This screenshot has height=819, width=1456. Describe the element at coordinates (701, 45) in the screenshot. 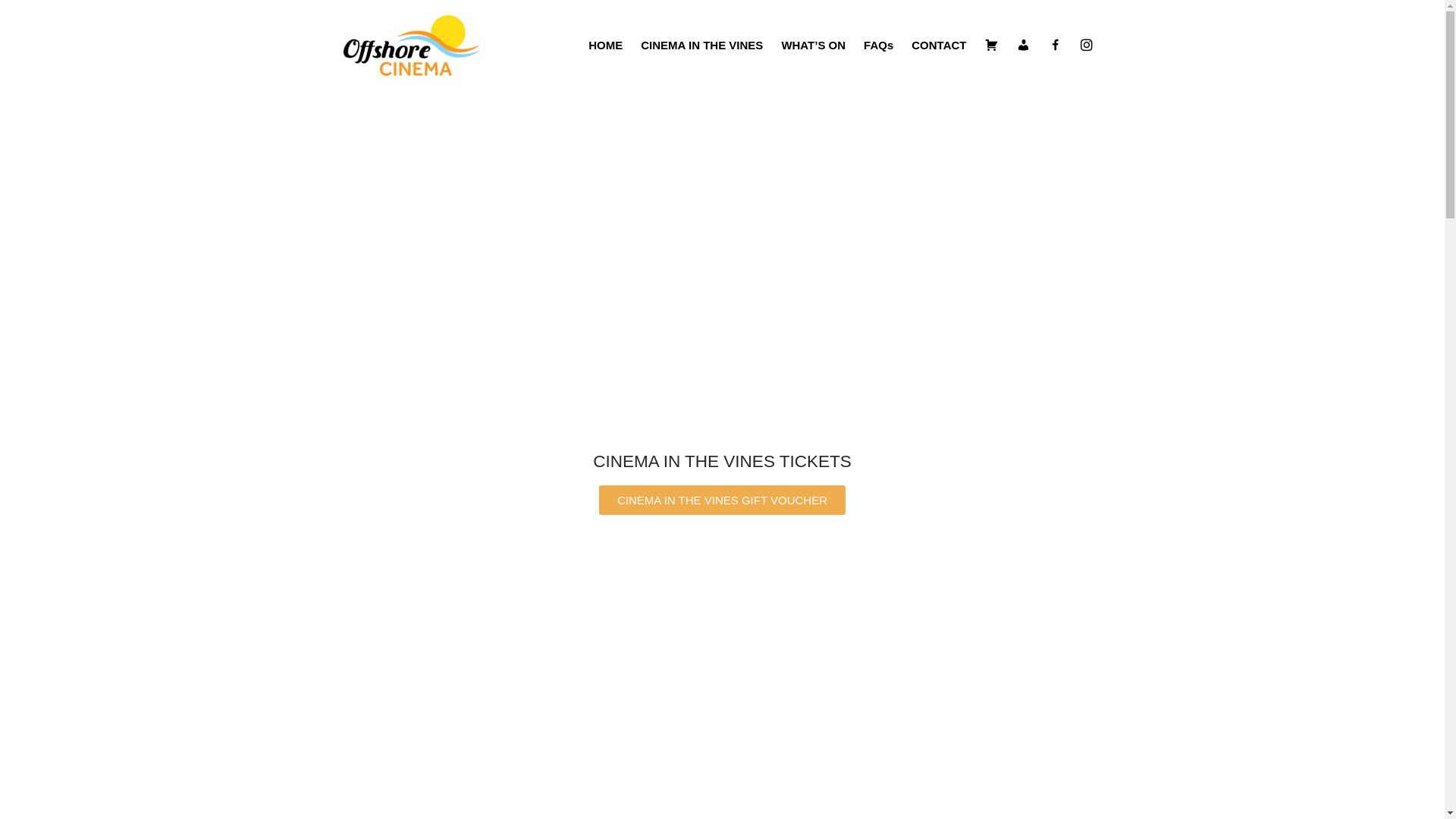

I see `'CINEMA IN THE VINES'` at that location.